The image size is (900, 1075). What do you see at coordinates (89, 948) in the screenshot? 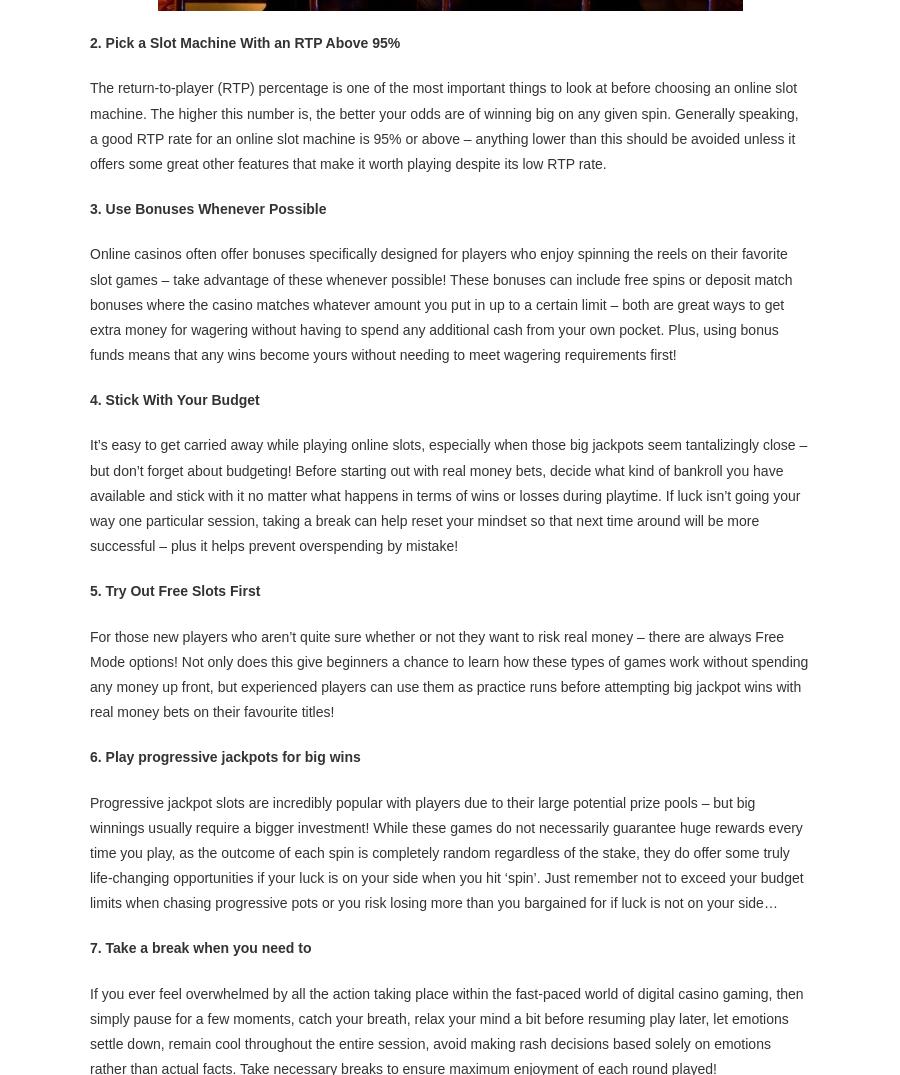
I see `'7. Take a break when you need to'` at bounding box center [89, 948].